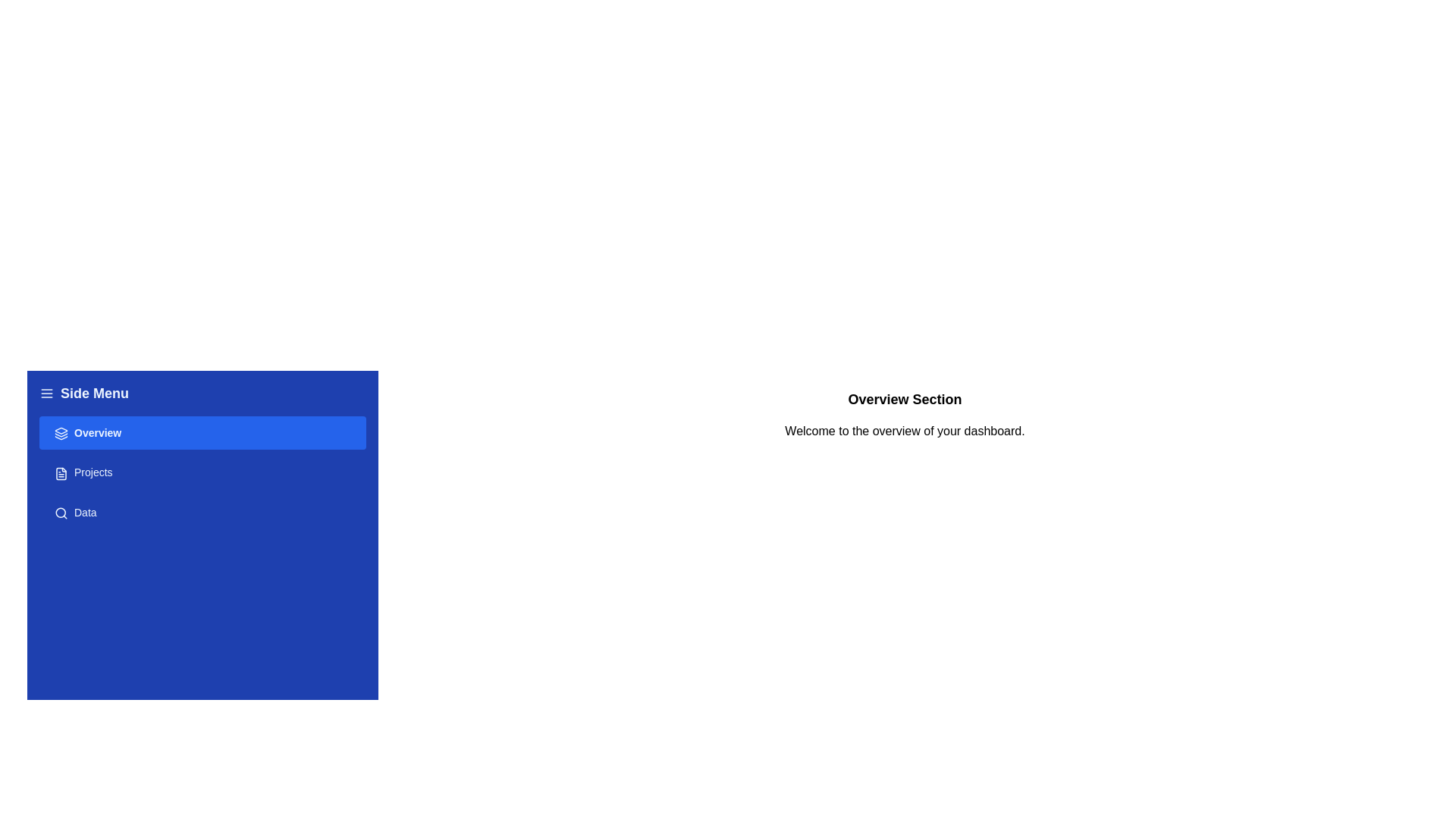 Image resolution: width=1456 pixels, height=819 pixels. I want to click on the first icon to the left of the 'Overview' text in the blue-highlighted menu item under the 'Side Menu' heading, so click(61, 433).